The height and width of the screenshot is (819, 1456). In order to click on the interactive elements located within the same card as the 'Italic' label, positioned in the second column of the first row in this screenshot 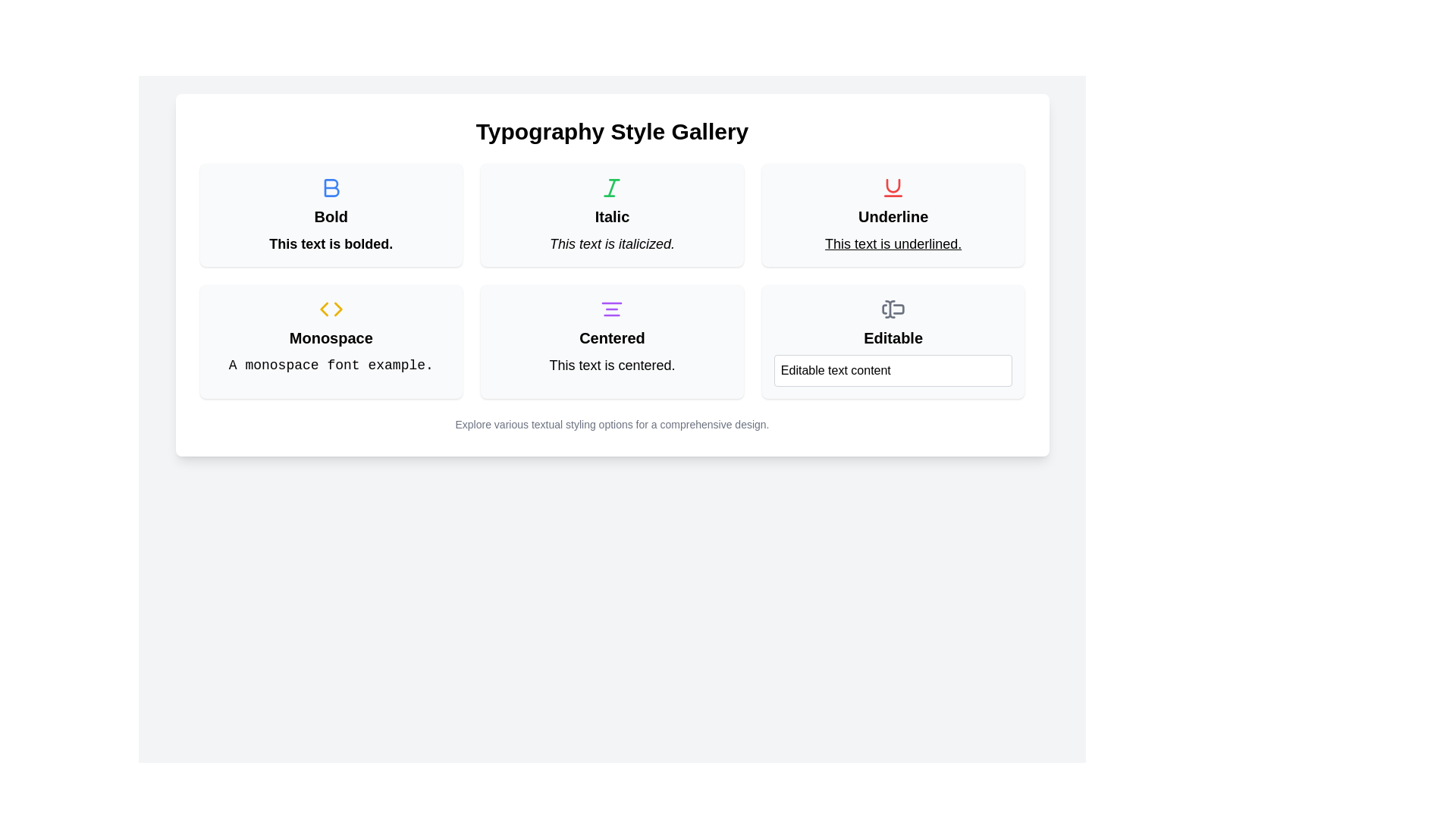, I will do `click(612, 216)`.